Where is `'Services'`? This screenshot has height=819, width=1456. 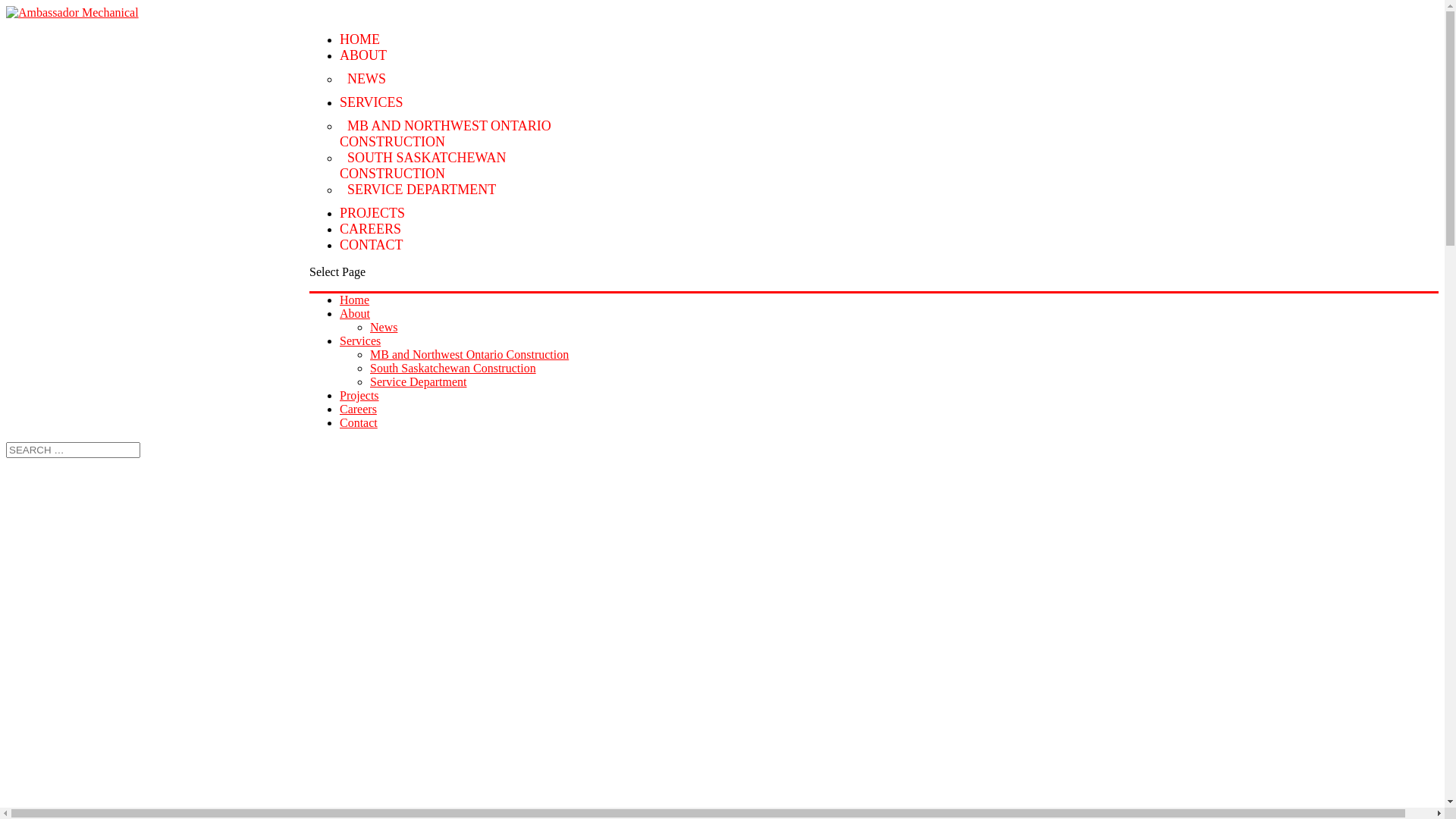 'Services' is located at coordinates (359, 340).